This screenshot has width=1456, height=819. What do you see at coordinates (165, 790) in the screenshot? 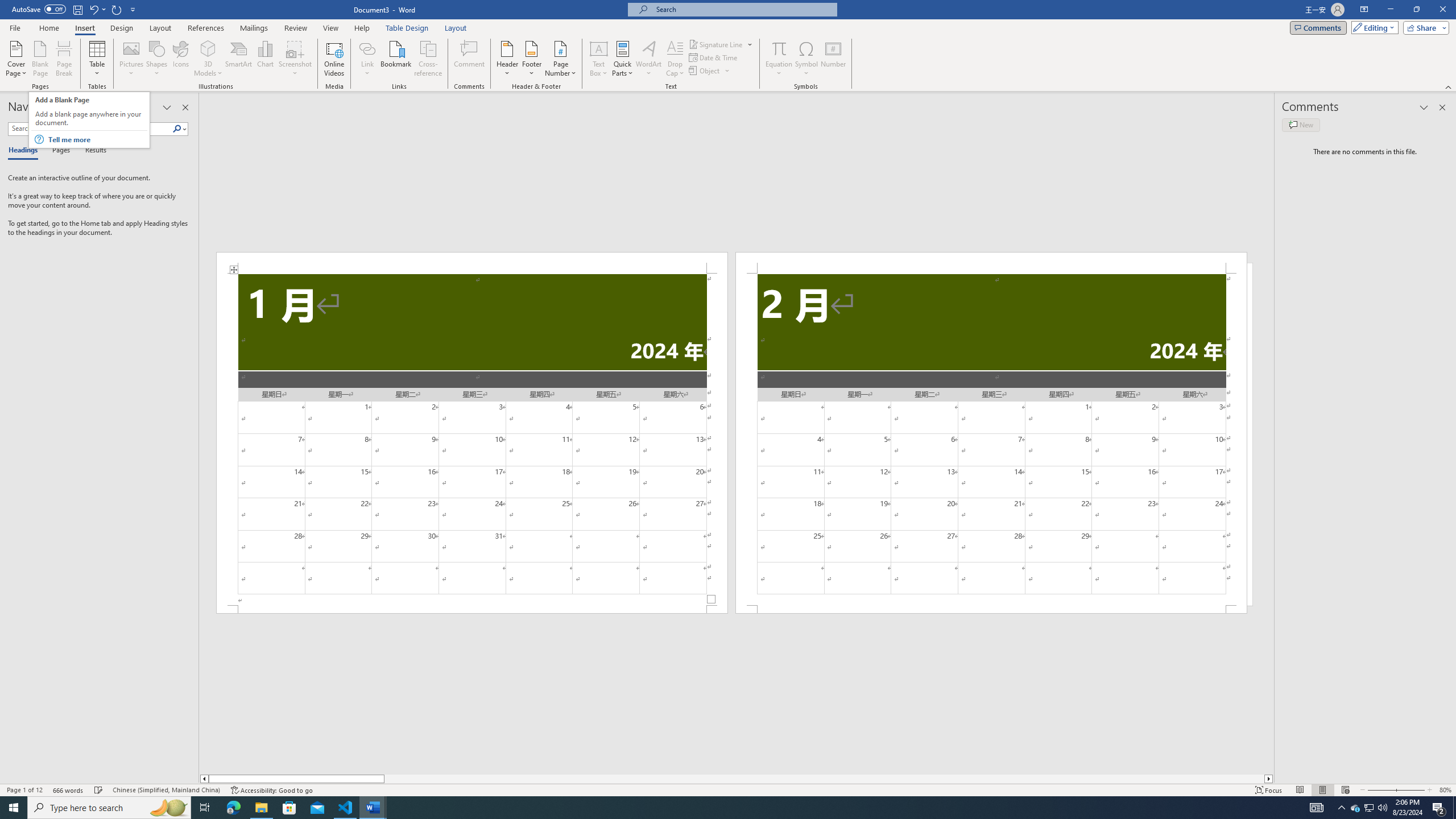
I see `'Language Chinese (Simplified, Mainland China)'` at bounding box center [165, 790].